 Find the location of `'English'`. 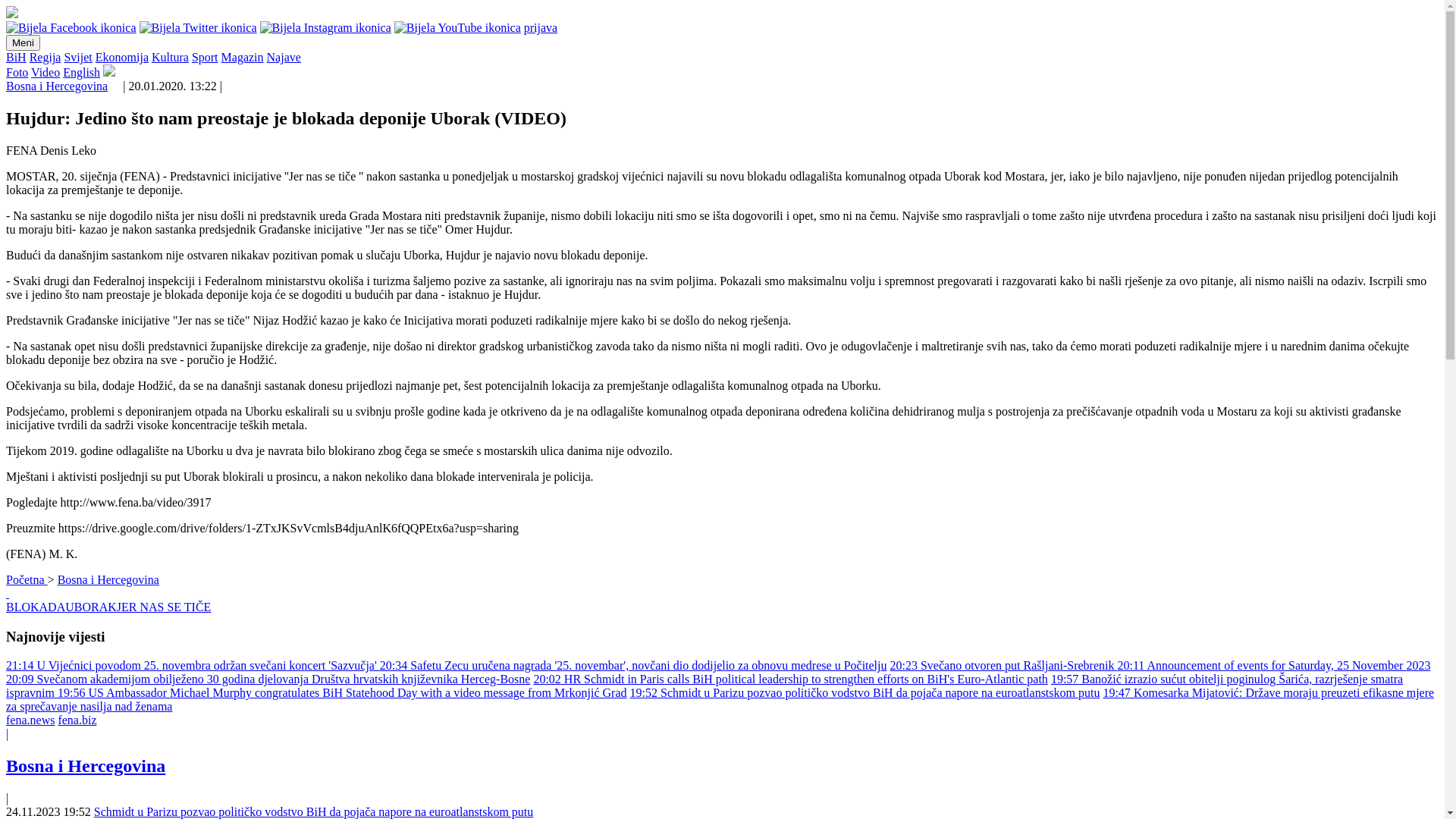

'English' is located at coordinates (80, 72).